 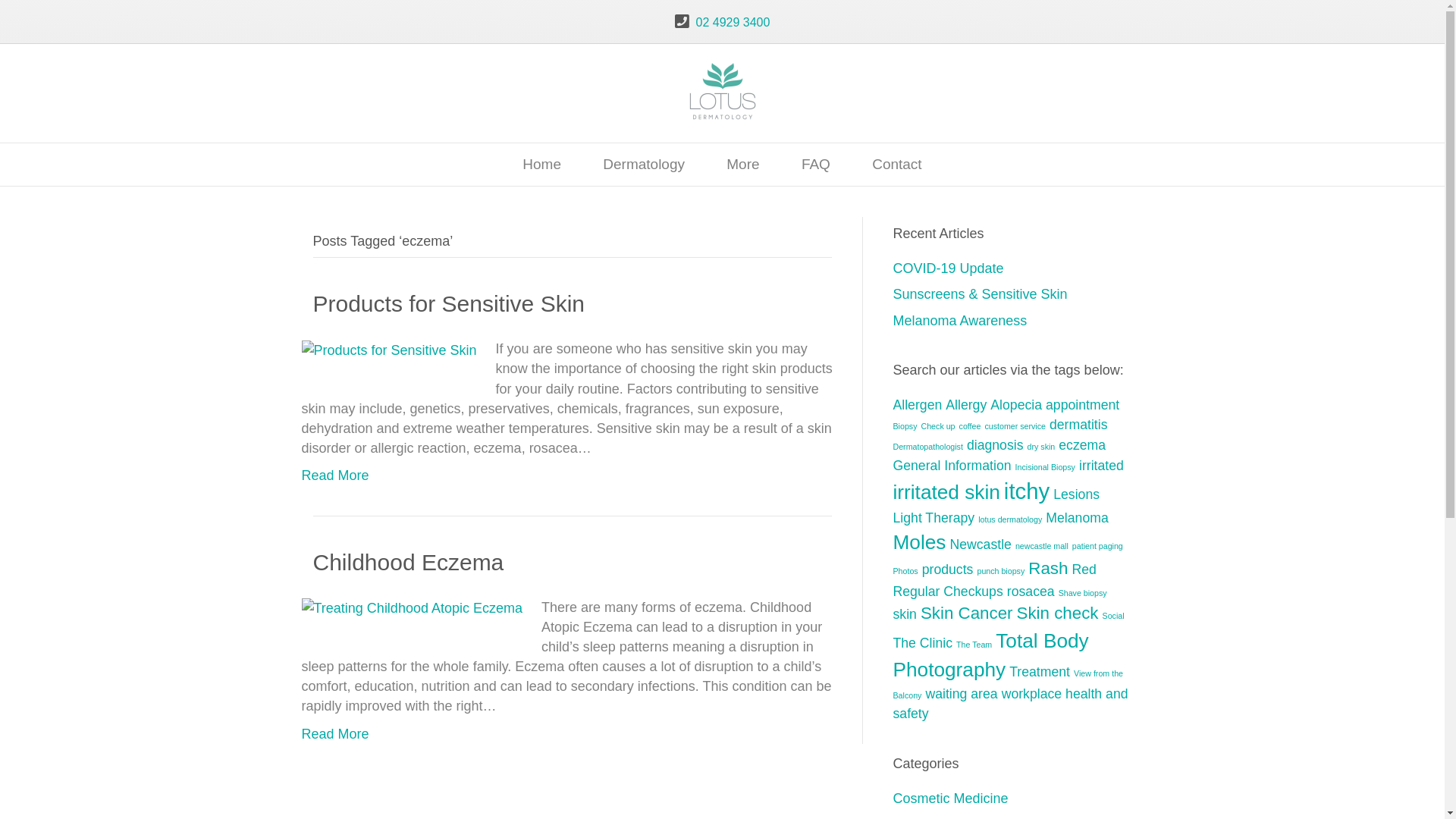 What do you see at coordinates (1078, 424) in the screenshot?
I see `'dermatitis'` at bounding box center [1078, 424].